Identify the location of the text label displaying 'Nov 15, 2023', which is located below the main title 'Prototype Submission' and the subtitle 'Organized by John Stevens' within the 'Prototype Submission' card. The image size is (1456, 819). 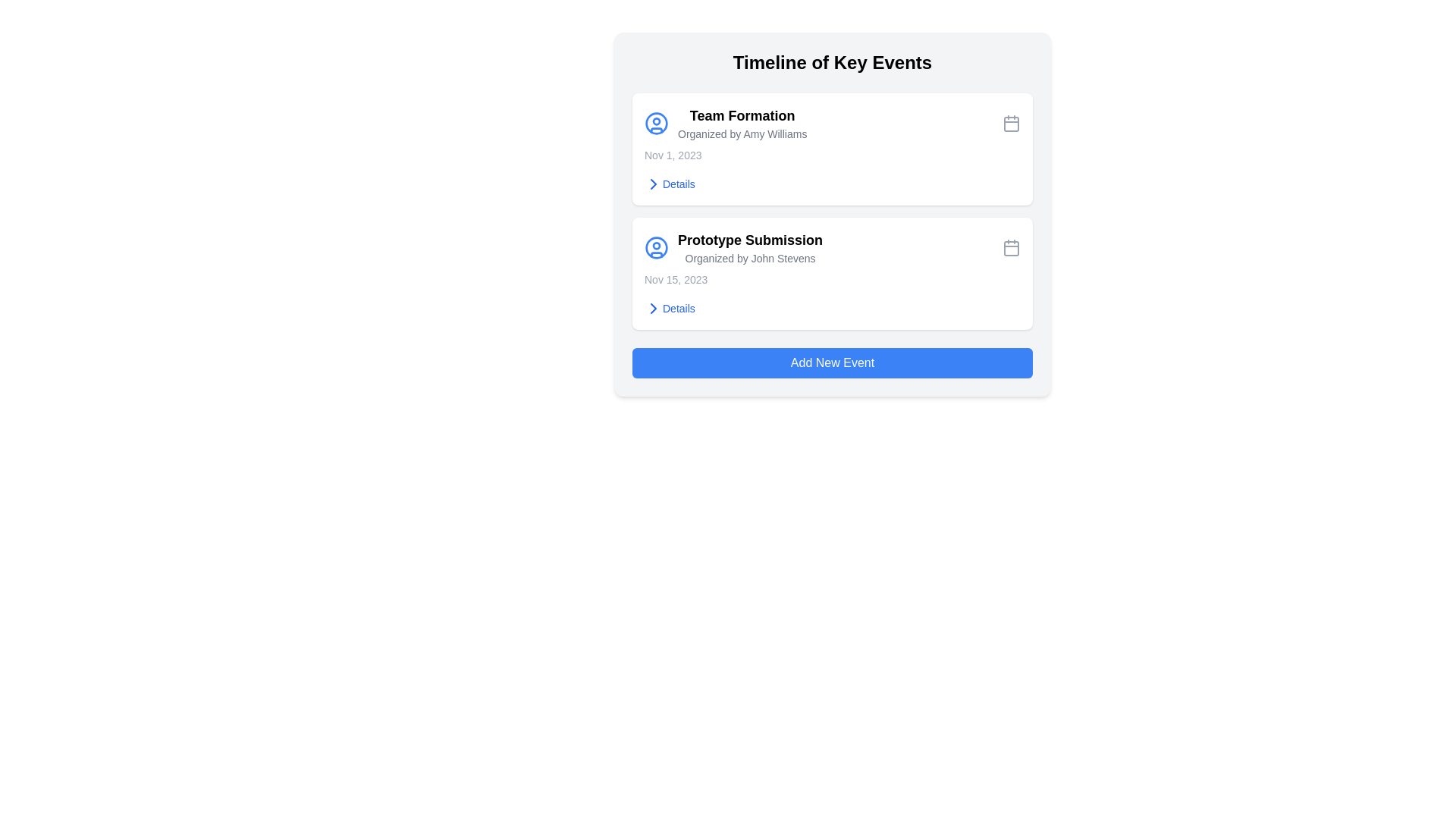
(675, 280).